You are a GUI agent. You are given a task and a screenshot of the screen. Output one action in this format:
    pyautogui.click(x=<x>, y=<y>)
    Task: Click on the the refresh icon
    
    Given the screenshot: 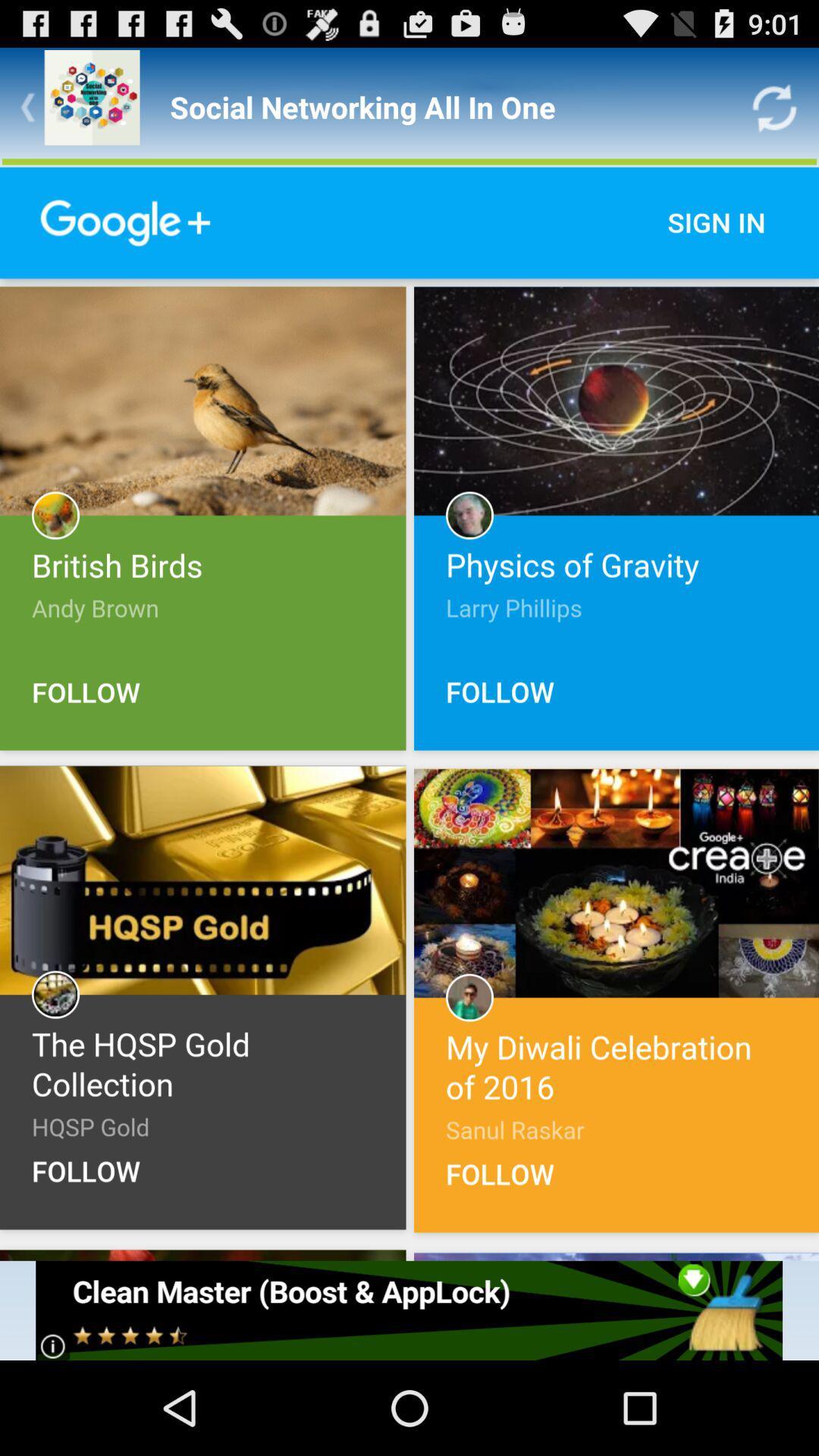 What is the action you would take?
    pyautogui.click(x=774, y=114)
    